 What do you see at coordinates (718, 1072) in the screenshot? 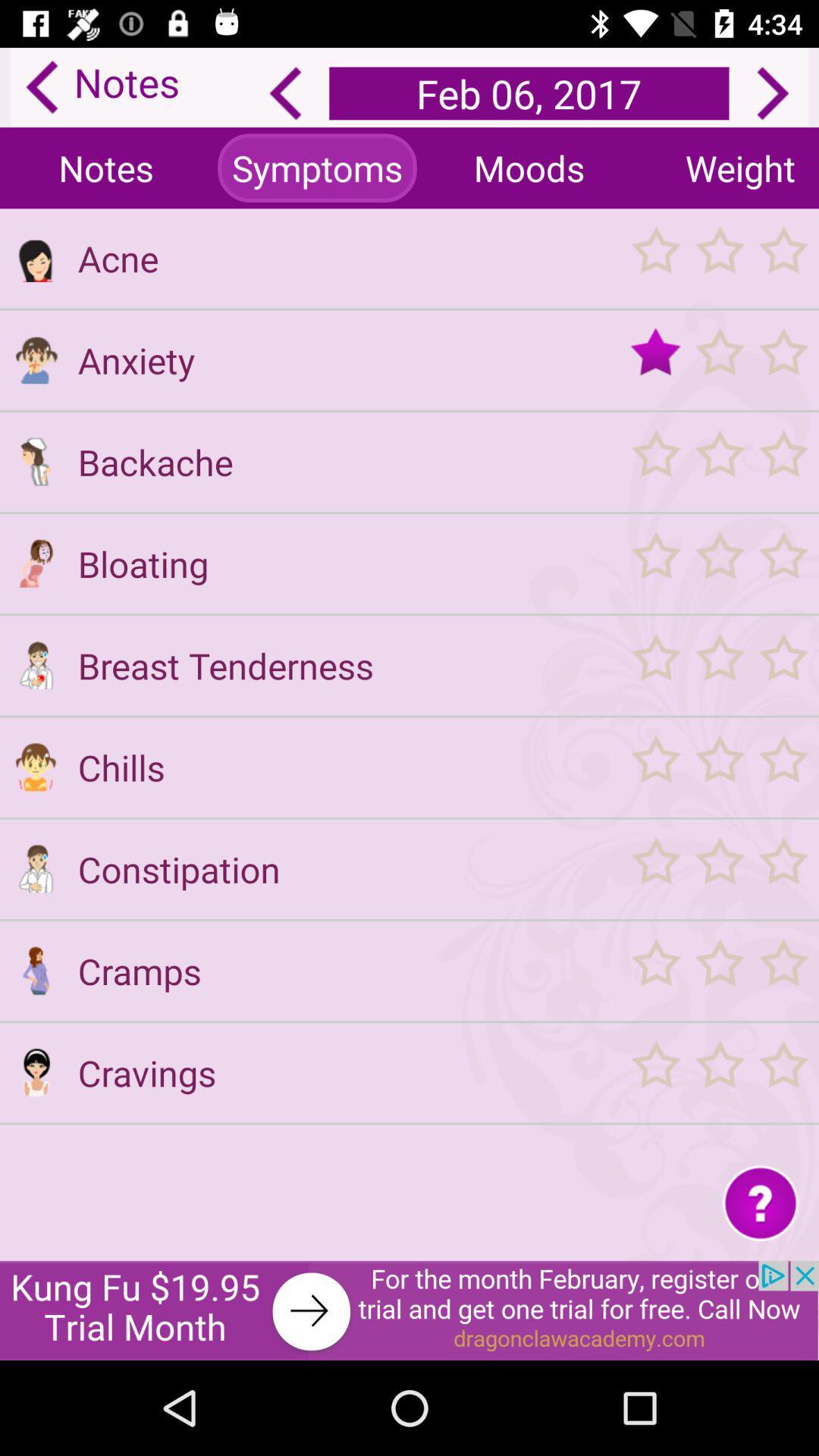
I see `a star rating` at bounding box center [718, 1072].